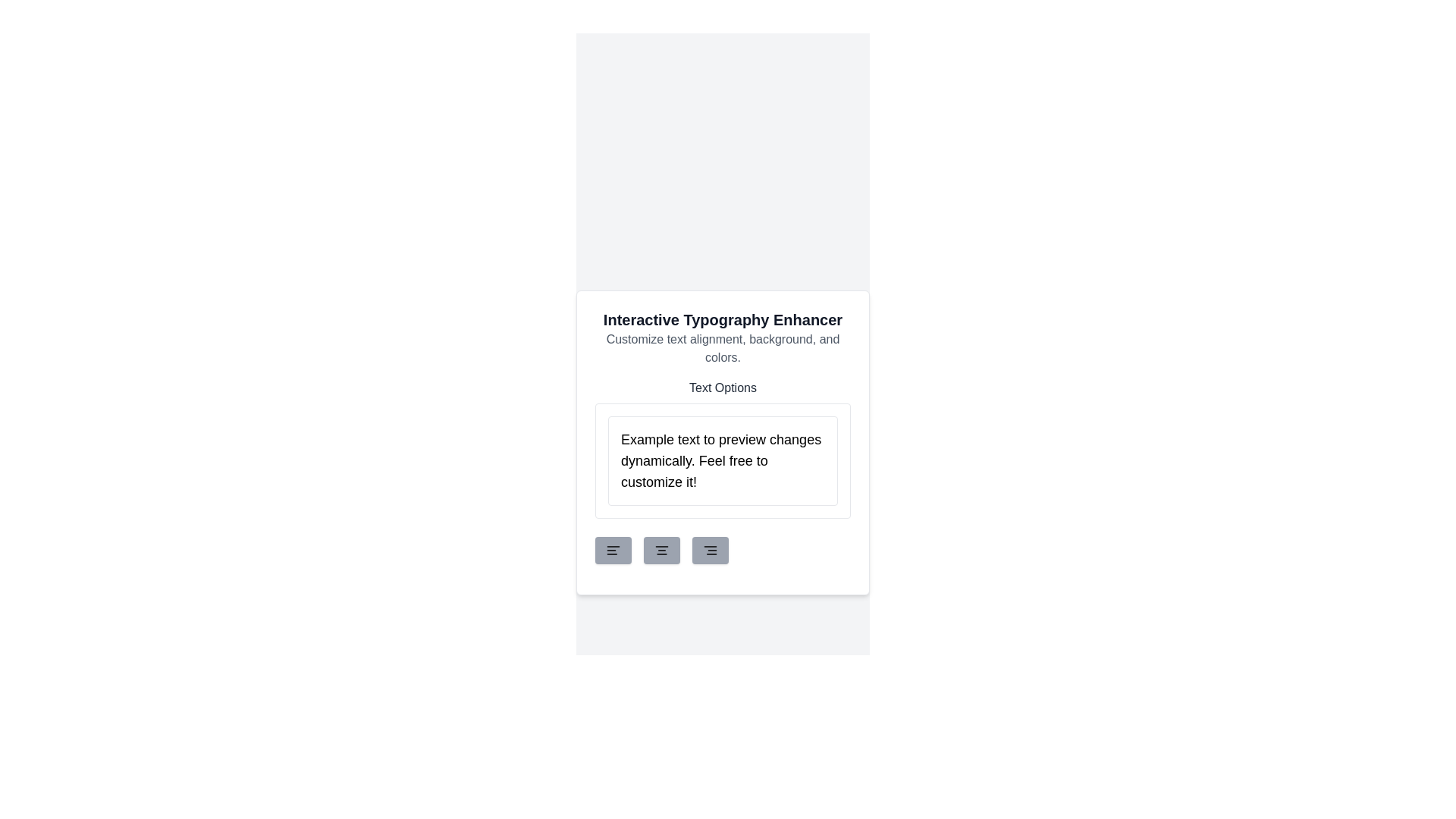 Image resolution: width=1456 pixels, height=819 pixels. I want to click on the leftmost Icon Button in the 'Interactive Typography Enhancer' group, so click(613, 550).